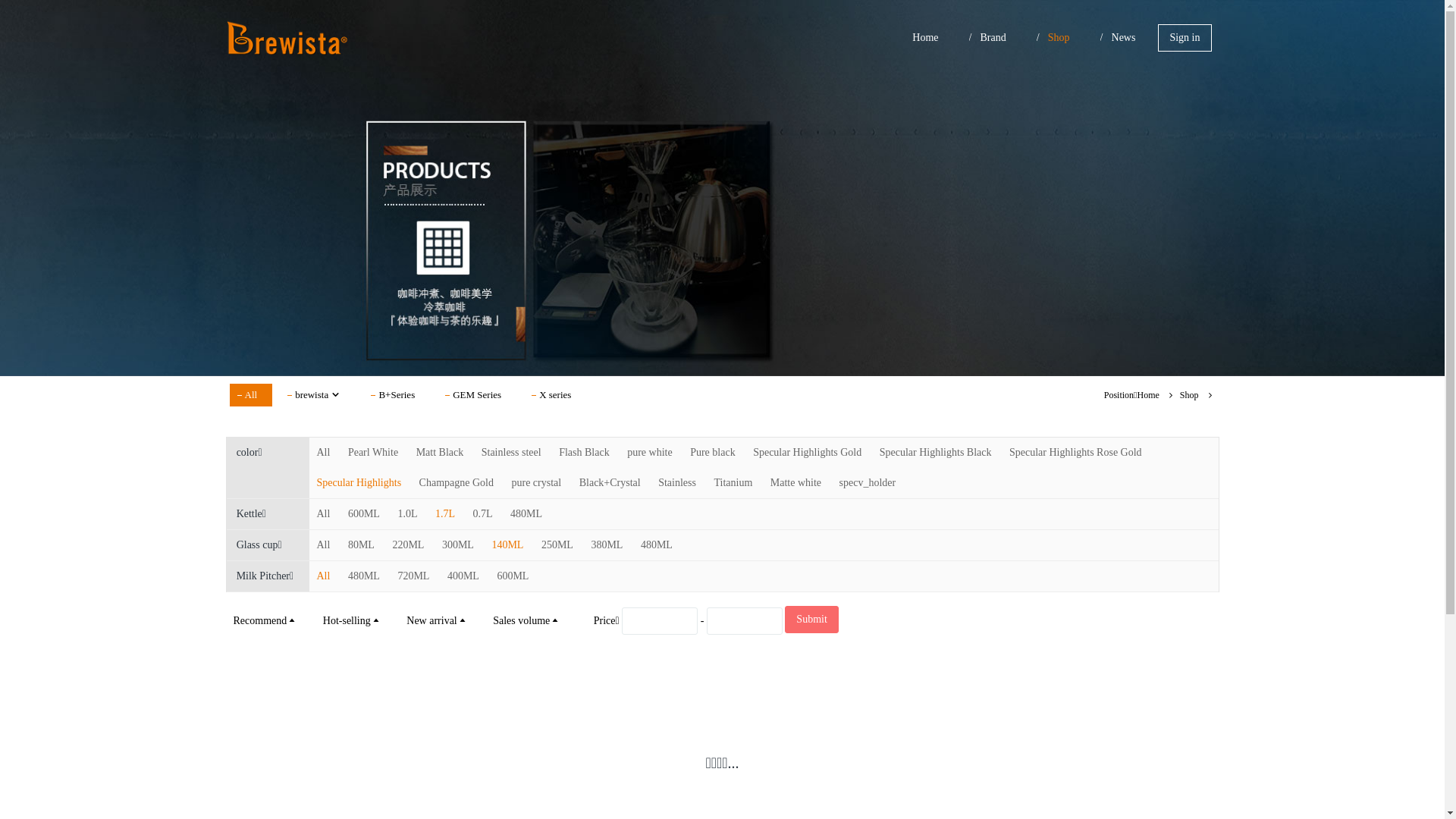  I want to click on 'Submit', so click(811, 620).